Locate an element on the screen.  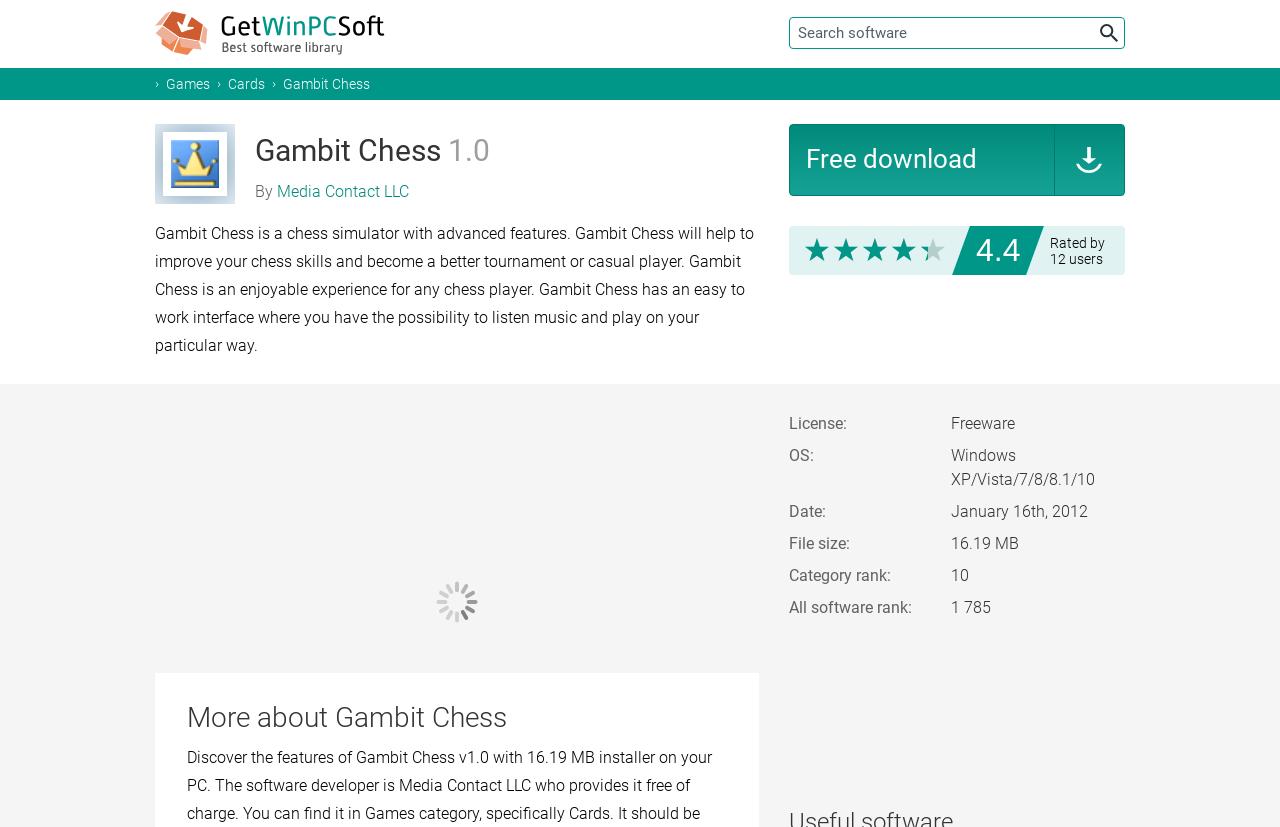
'Media Contact LLC' is located at coordinates (343, 191).